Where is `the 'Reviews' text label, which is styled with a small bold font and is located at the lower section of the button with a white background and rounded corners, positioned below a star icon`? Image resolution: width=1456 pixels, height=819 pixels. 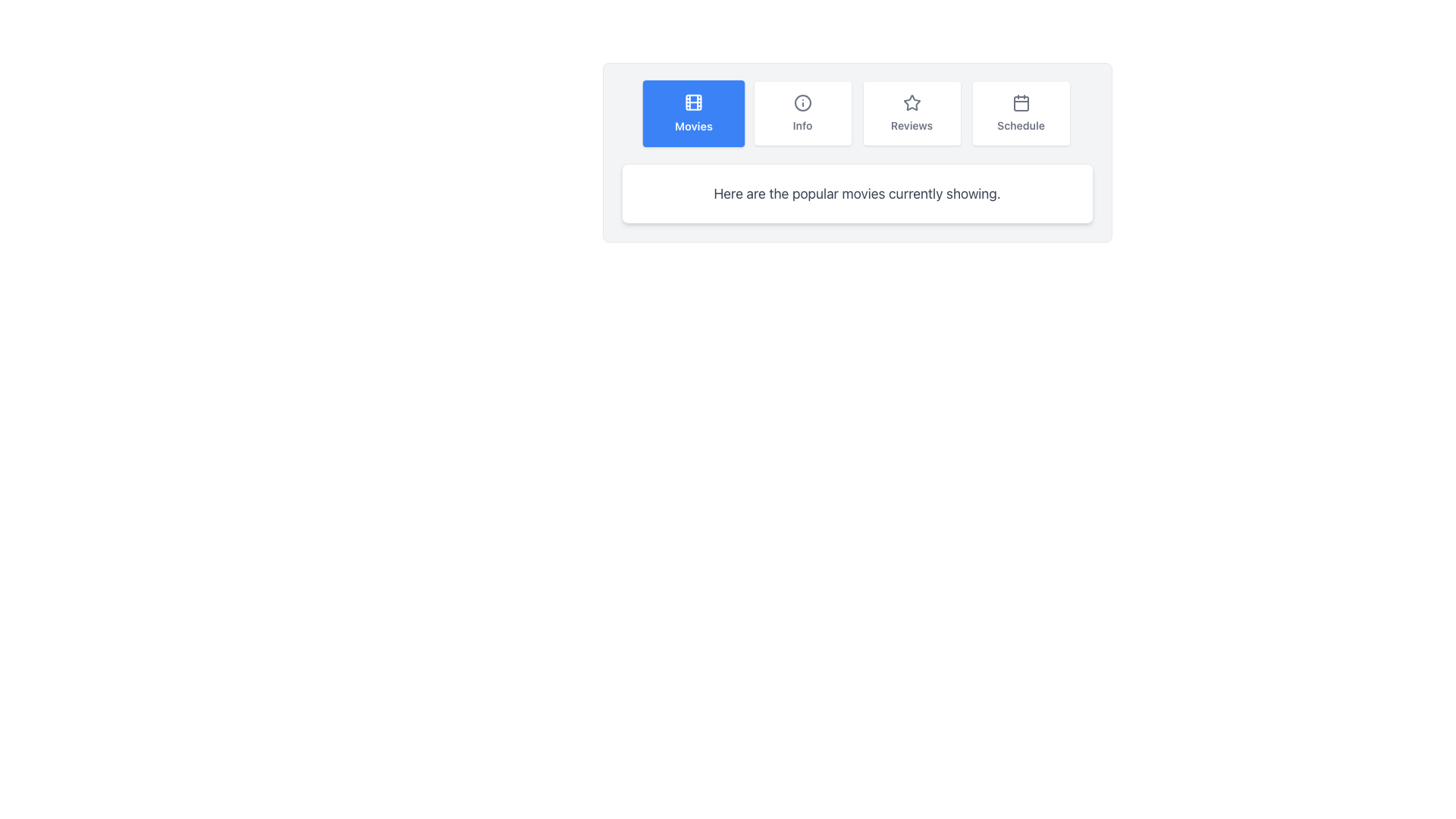 the 'Reviews' text label, which is styled with a small bold font and is located at the lower section of the button with a white background and rounded corners, positioned below a star icon is located at coordinates (911, 124).